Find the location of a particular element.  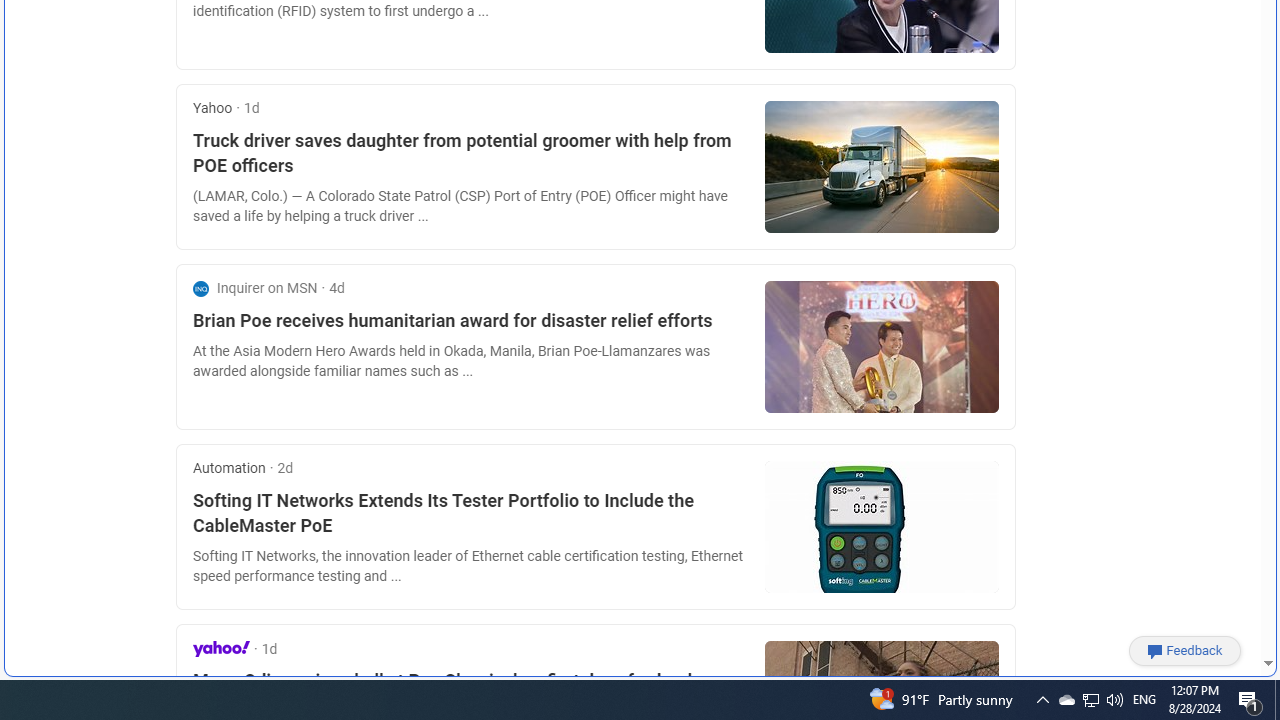

'Search news from Automation' is located at coordinates (229, 468).